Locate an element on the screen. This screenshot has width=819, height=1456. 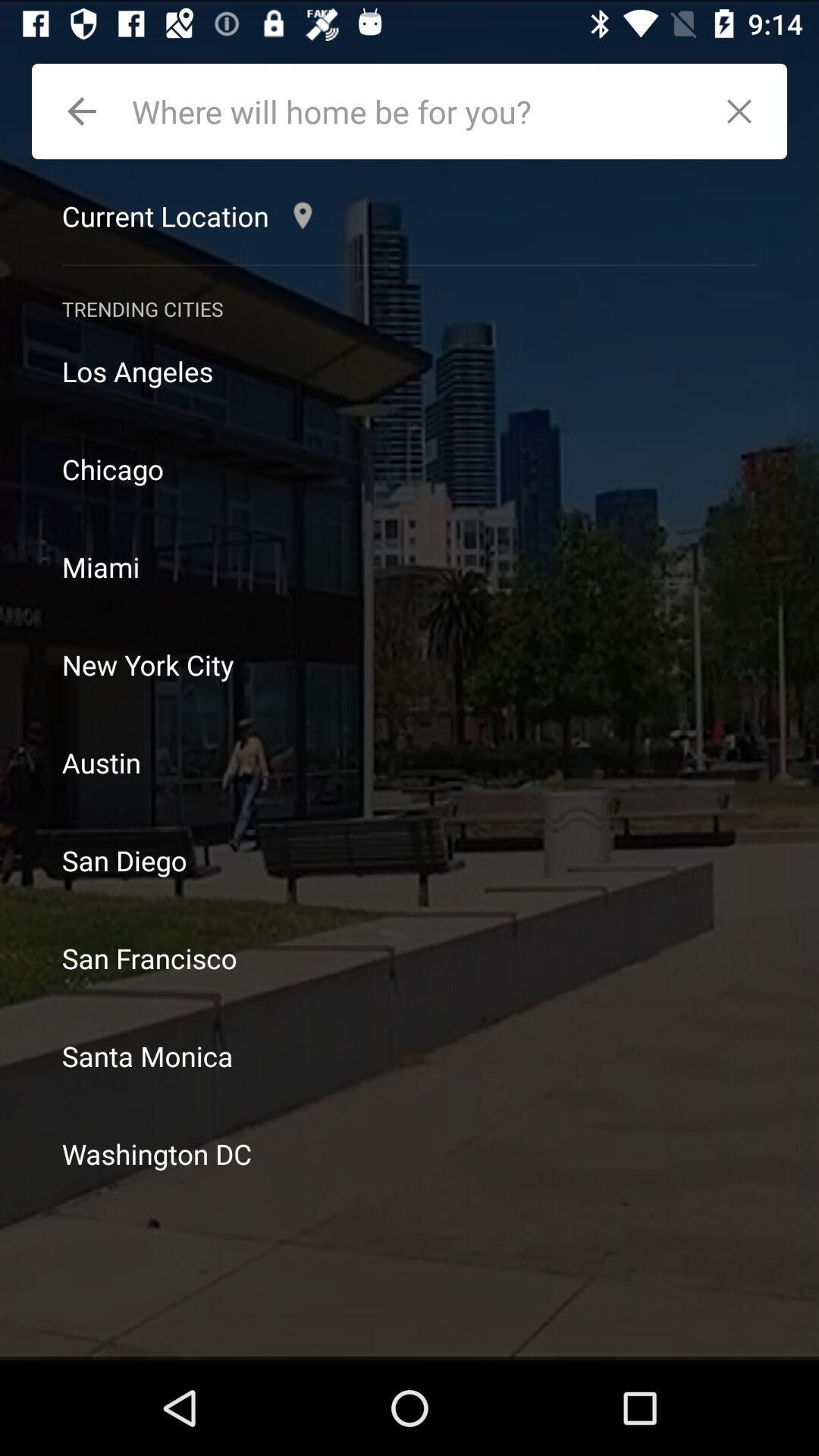
the current location is located at coordinates (190, 215).